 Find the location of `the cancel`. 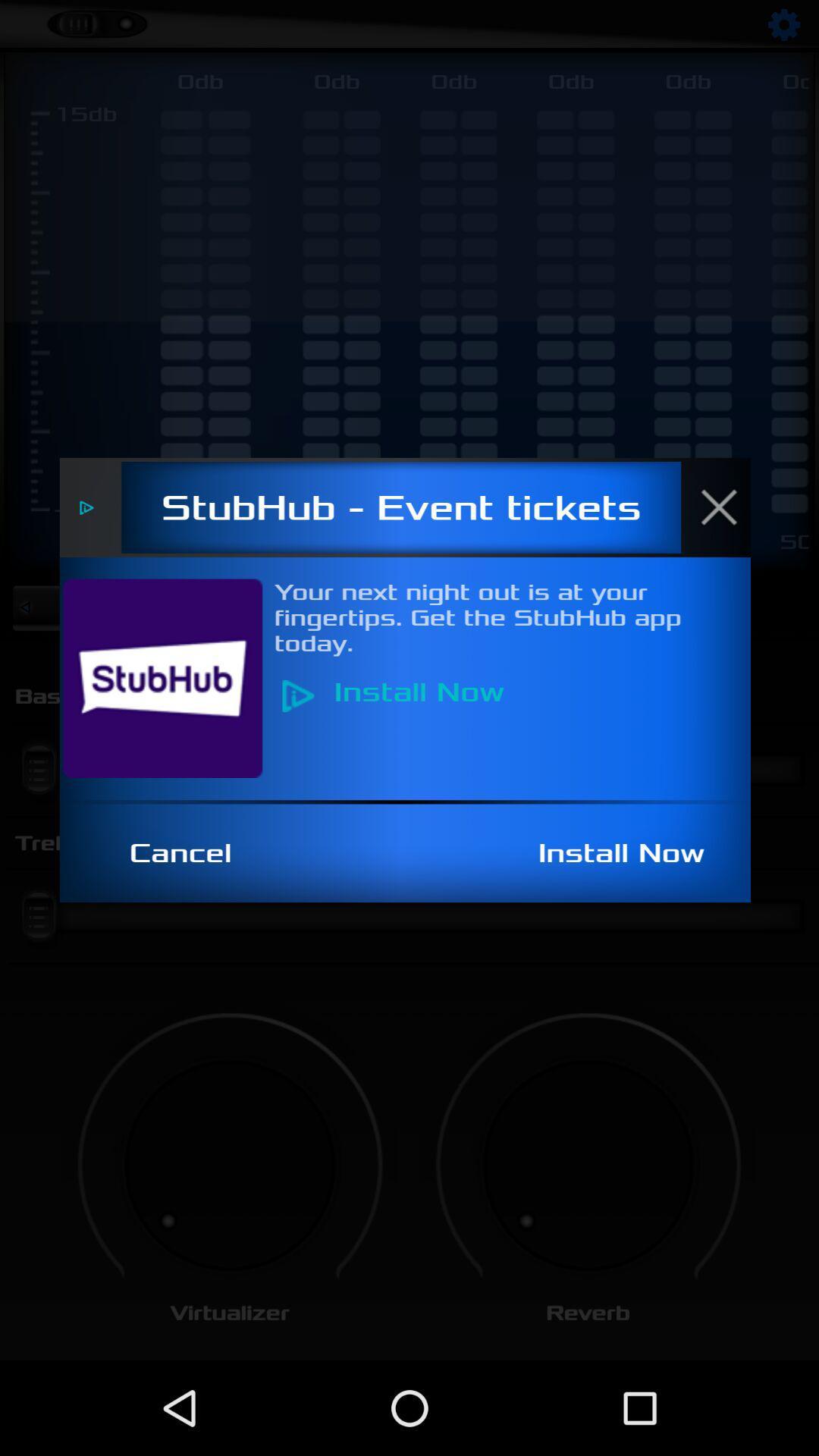

the cancel is located at coordinates (188, 853).